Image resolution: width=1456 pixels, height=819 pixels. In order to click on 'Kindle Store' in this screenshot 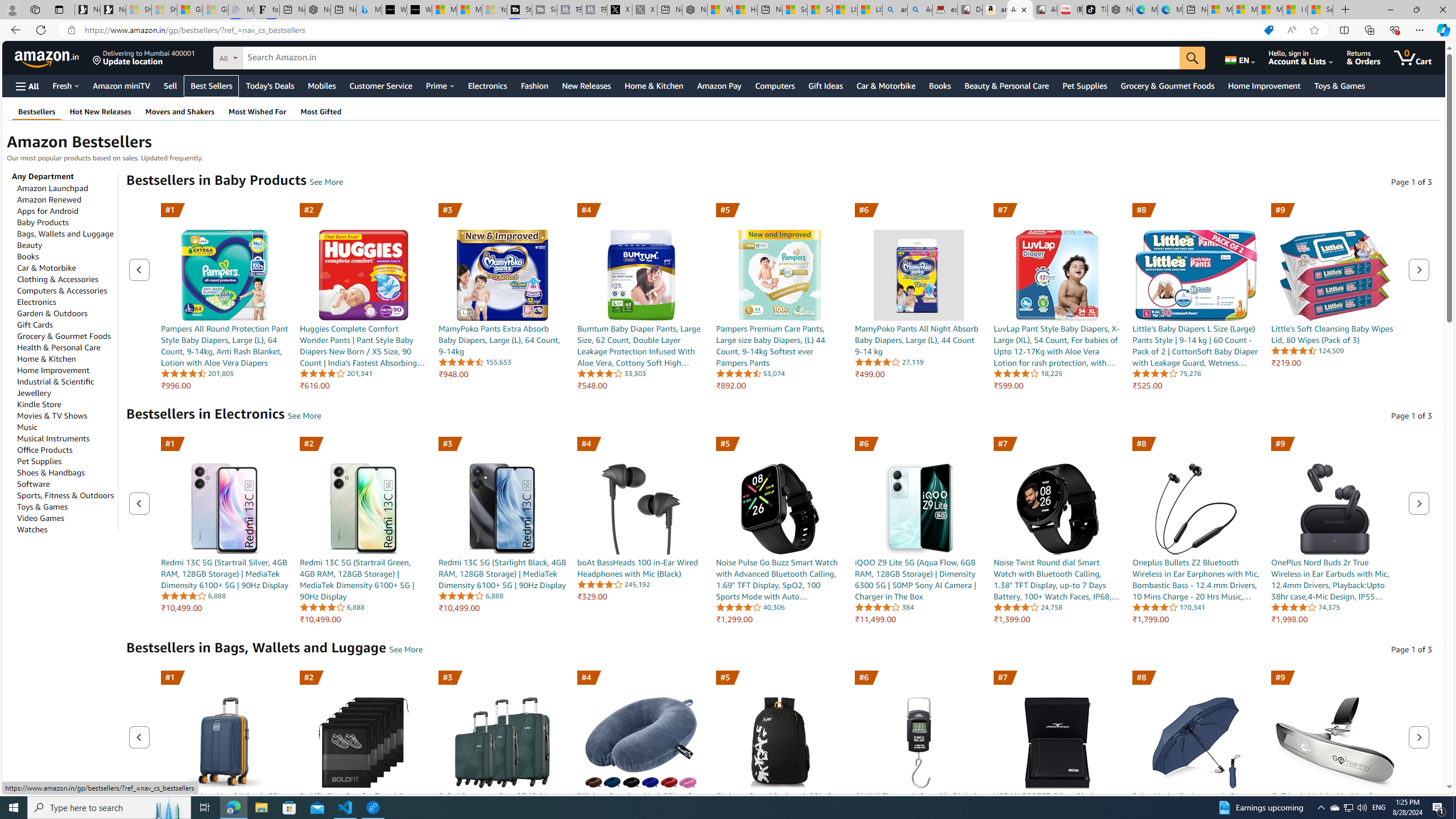, I will do `click(39, 404)`.